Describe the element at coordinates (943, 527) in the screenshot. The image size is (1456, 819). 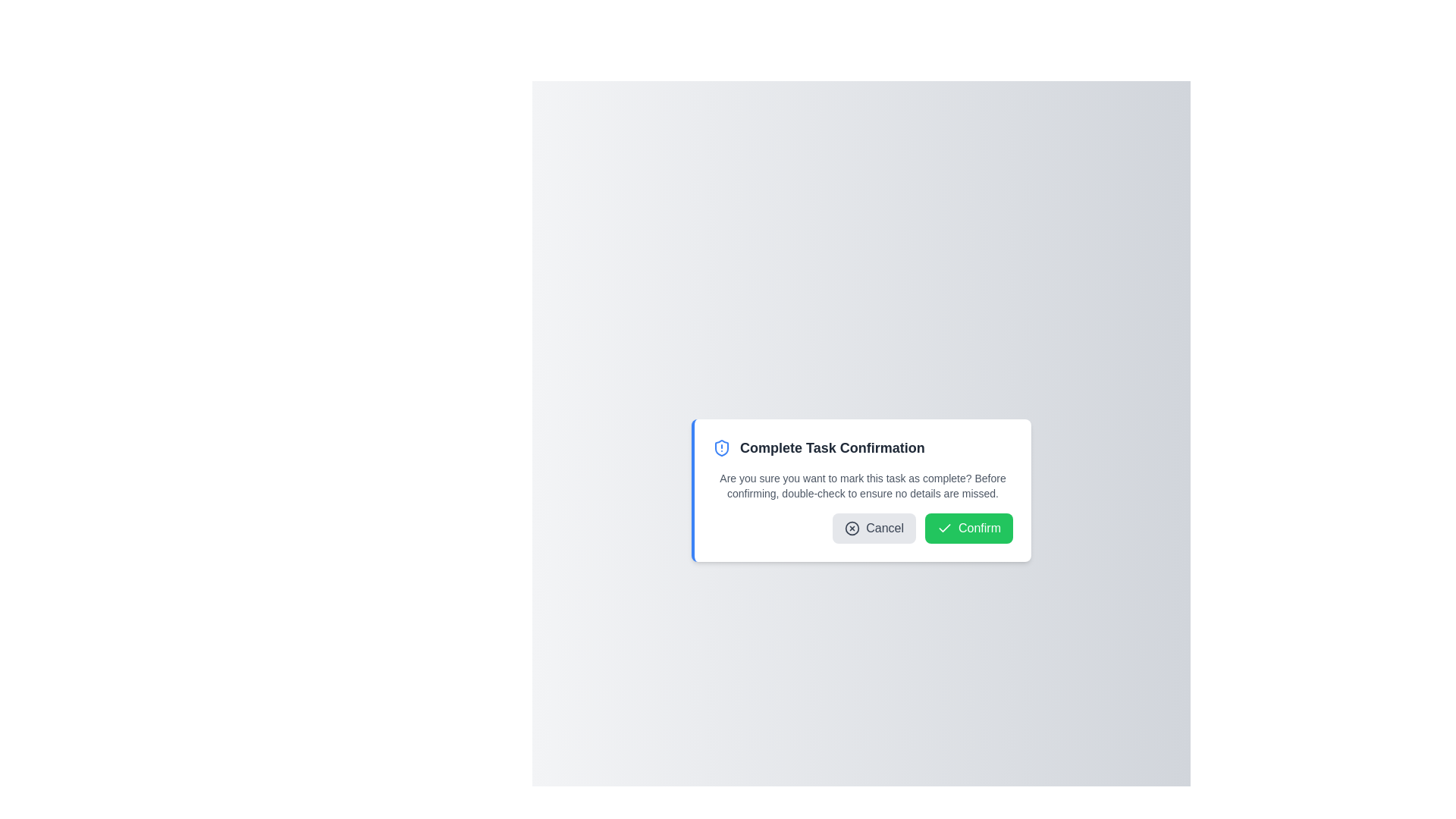
I see `the green checkmark icon located within the green confirm button at the bottom-right corner of the confirmation dialog box` at that location.